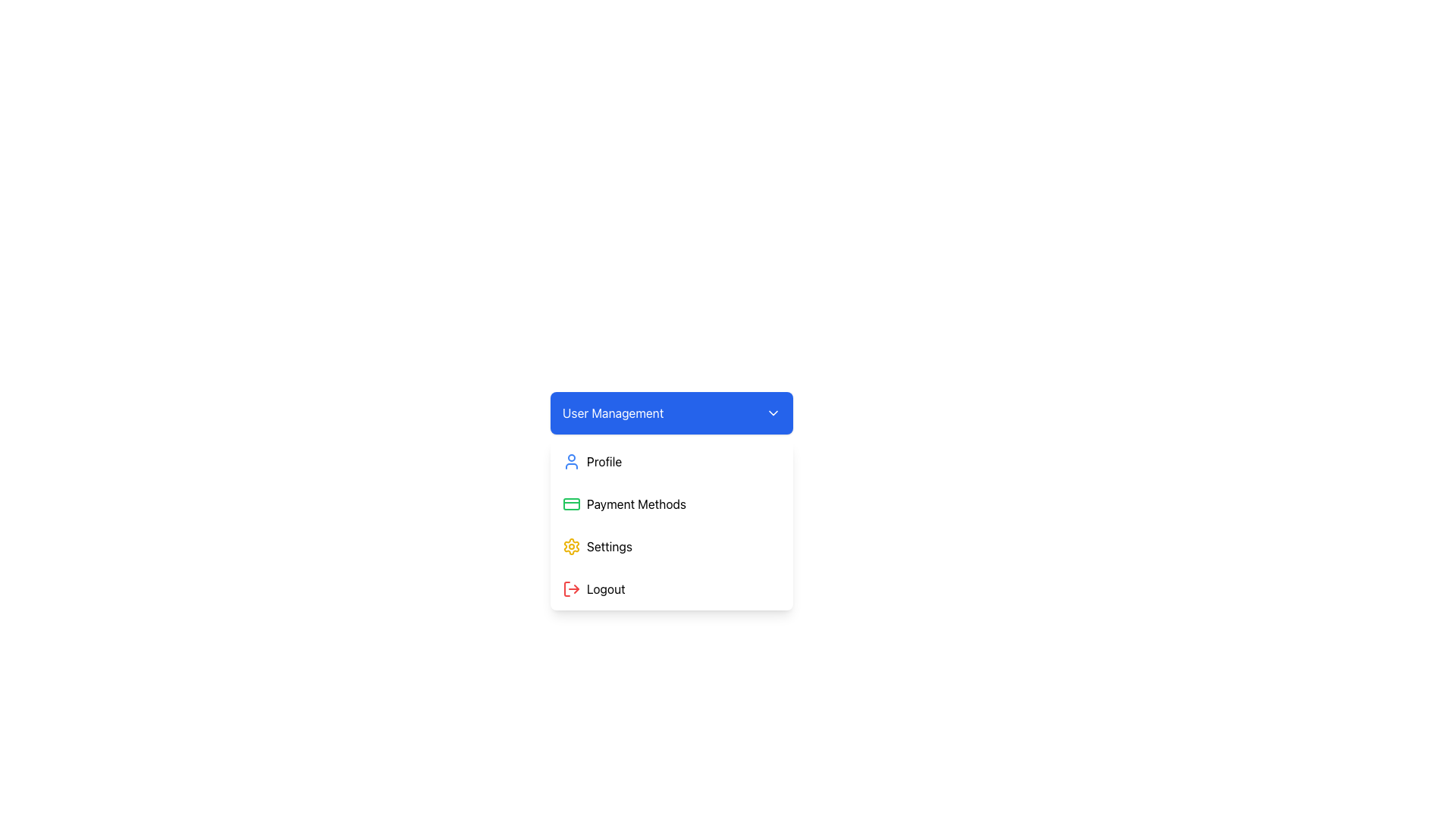 The image size is (1456, 819). I want to click on the third text label in the dropdown menu that navigates to settings, revealing its hover effects, so click(609, 547).